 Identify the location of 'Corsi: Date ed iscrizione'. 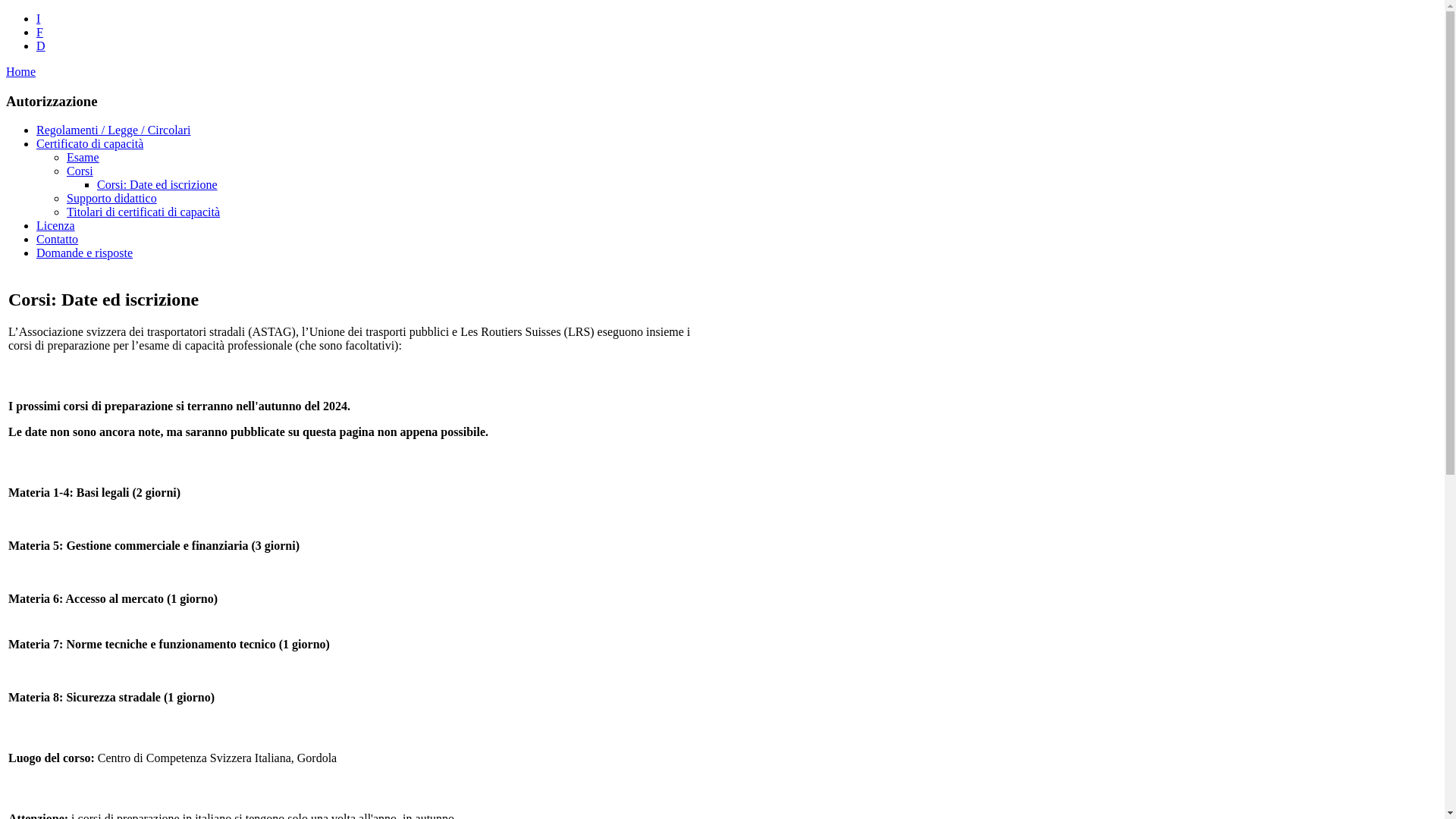
(157, 184).